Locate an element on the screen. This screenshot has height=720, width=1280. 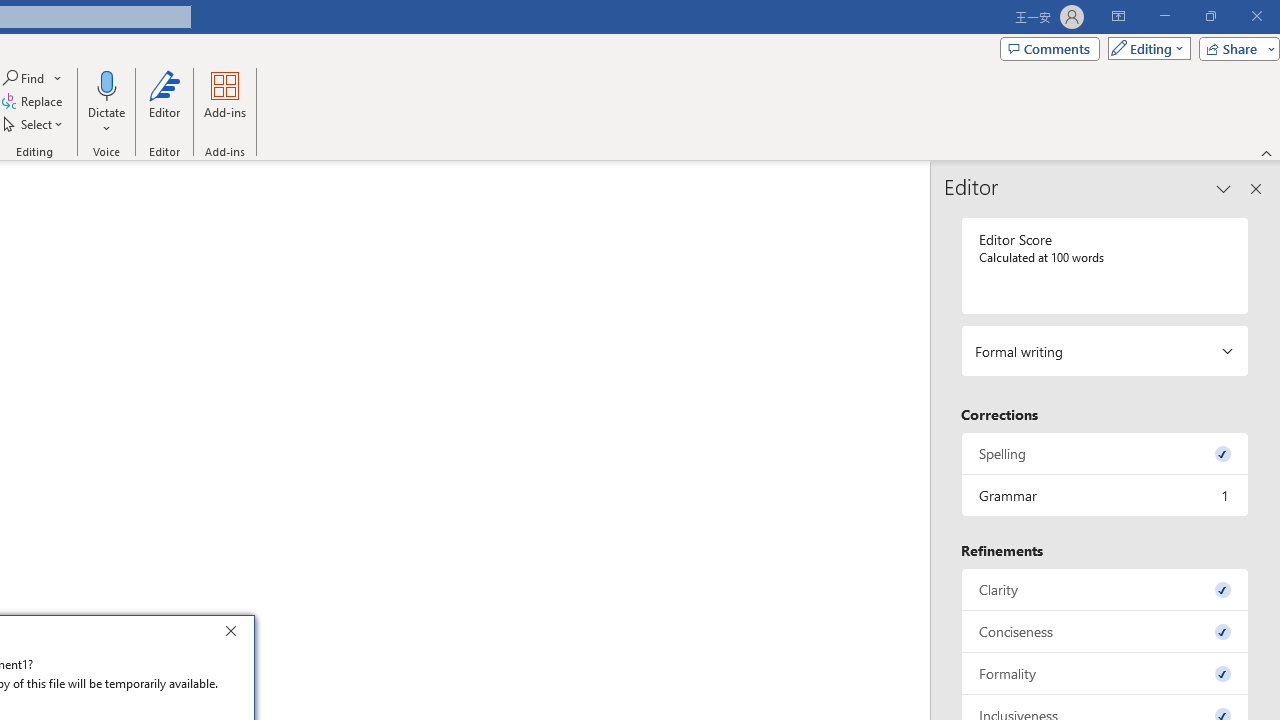
'Dictate' is located at coordinates (105, 103).